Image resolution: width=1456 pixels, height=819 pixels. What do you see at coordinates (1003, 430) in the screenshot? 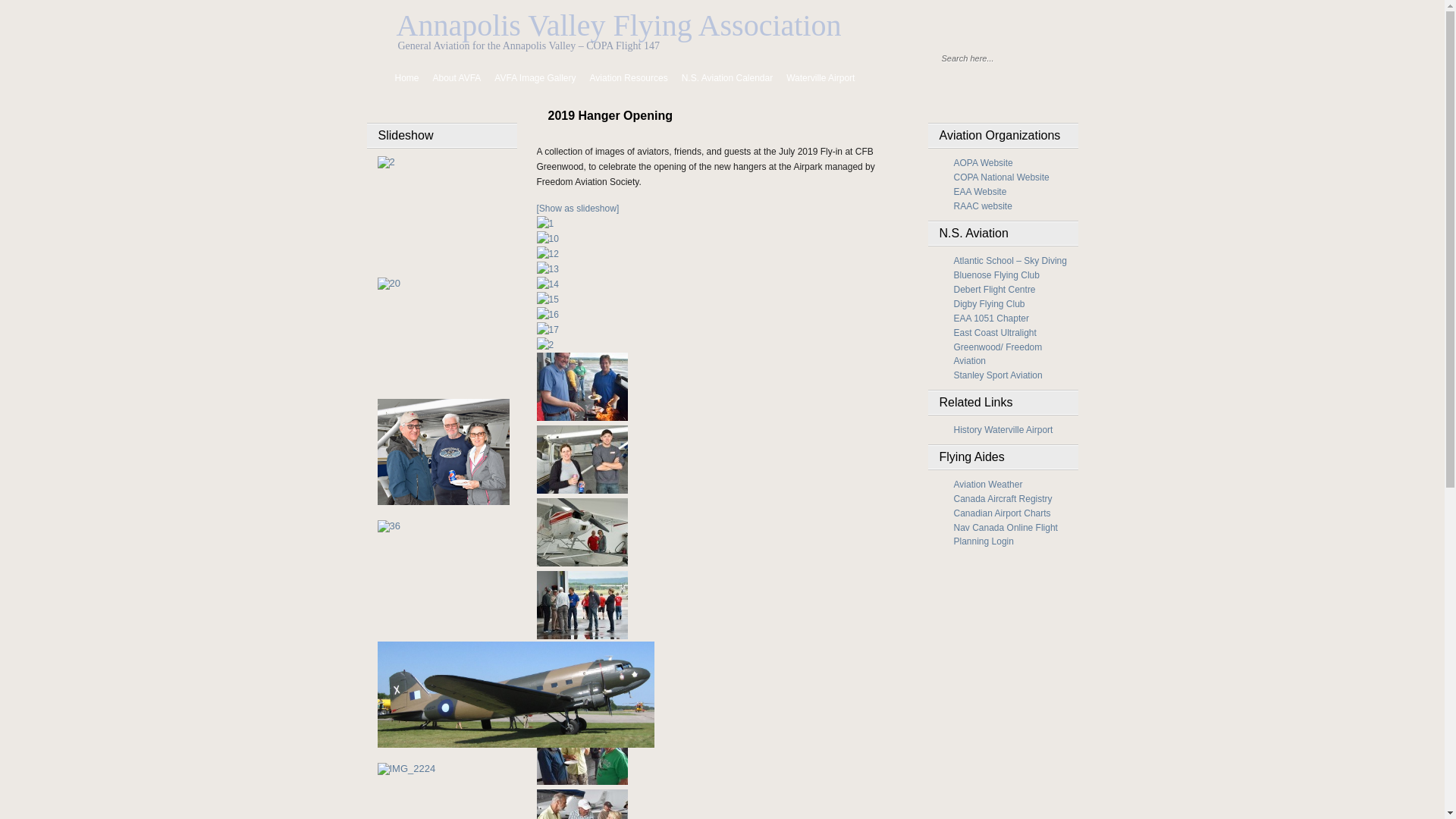
I see `'History Waterville Airport'` at bounding box center [1003, 430].